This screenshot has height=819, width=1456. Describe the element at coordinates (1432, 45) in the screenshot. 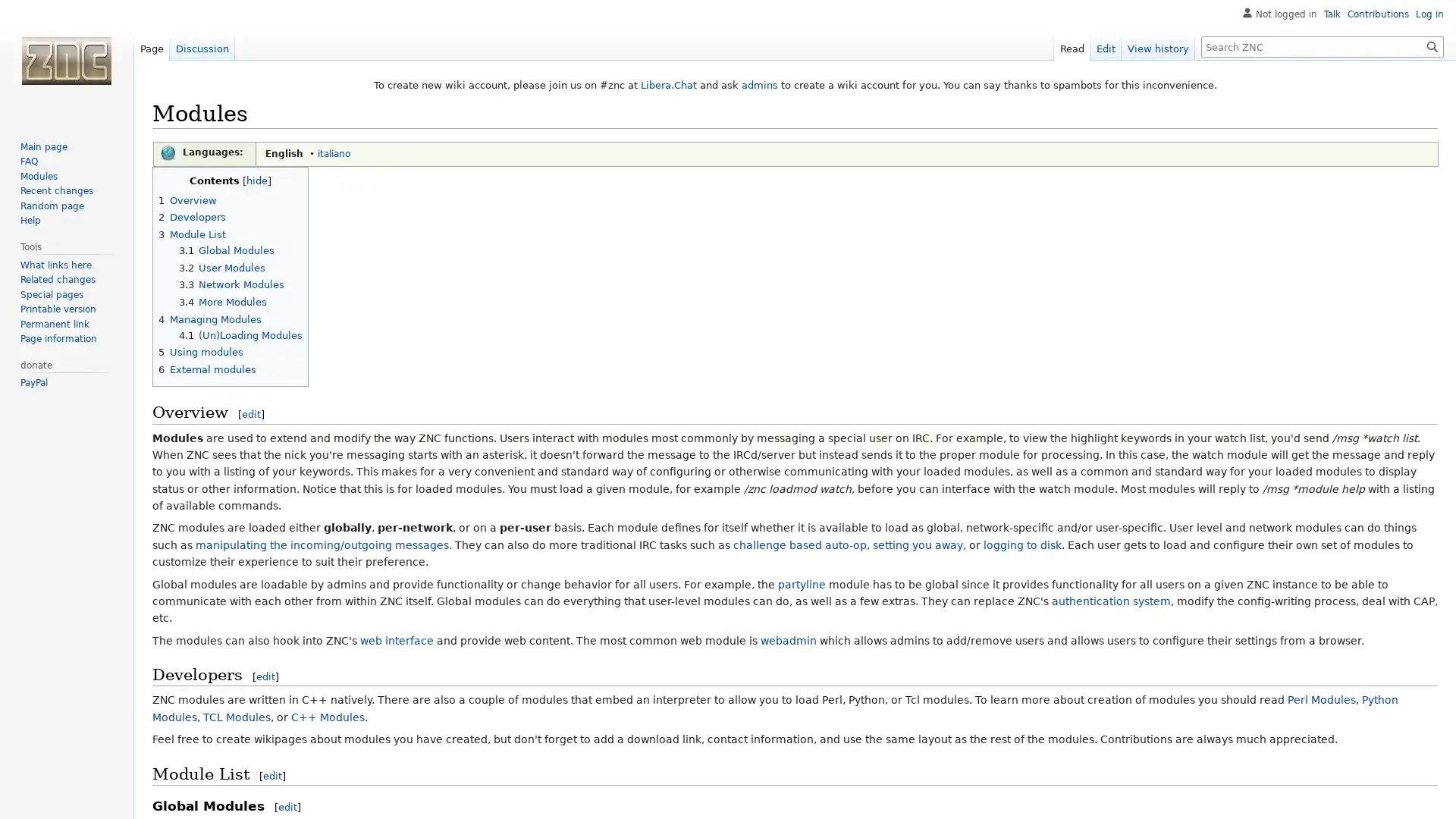

I see `Search` at that location.